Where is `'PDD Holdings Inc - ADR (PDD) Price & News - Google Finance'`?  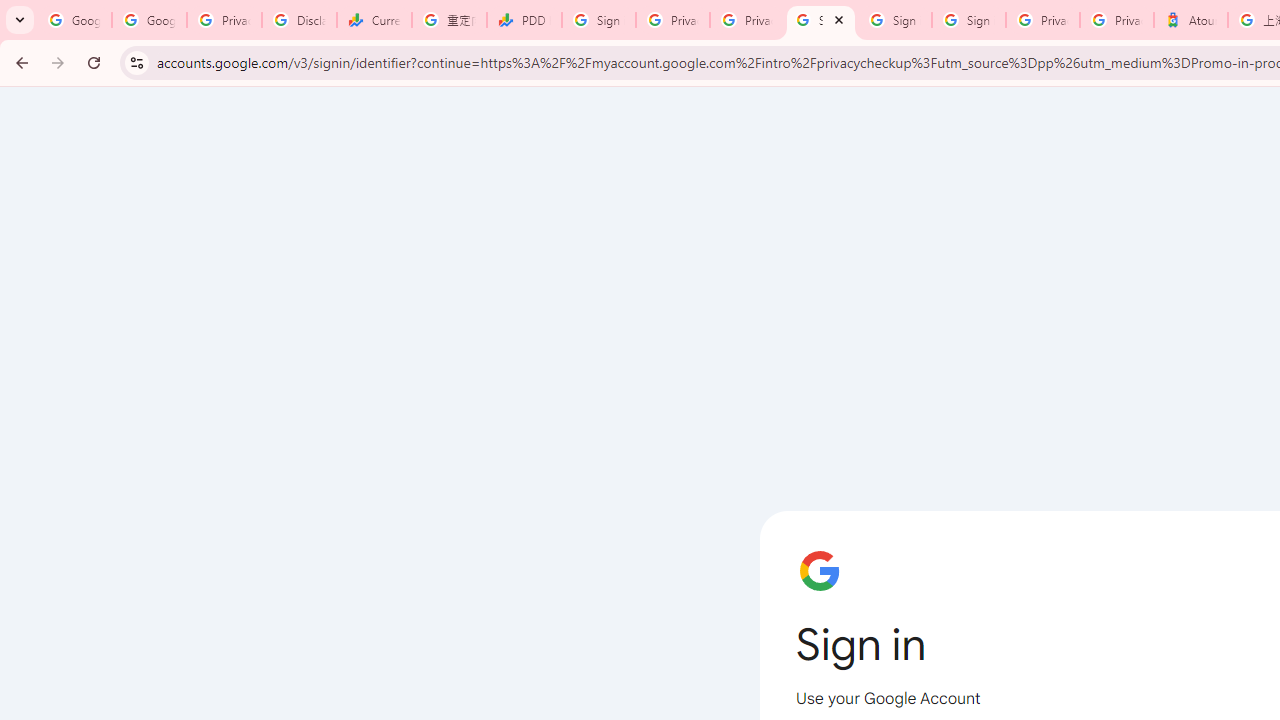 'PDD Holdings Inc - ADR (PDD) Price & News - Google Finance' is located at coordinates (524, 20).